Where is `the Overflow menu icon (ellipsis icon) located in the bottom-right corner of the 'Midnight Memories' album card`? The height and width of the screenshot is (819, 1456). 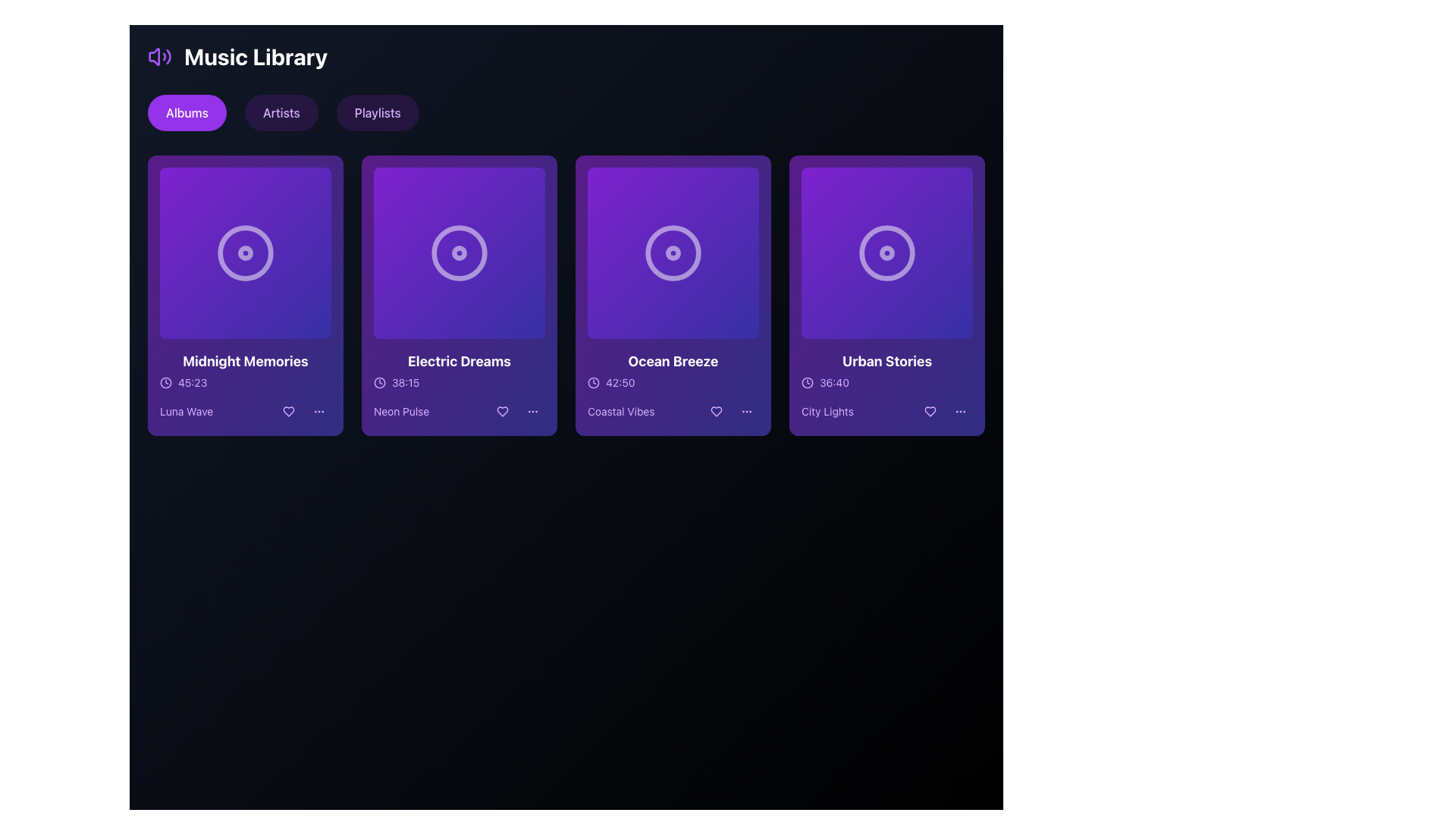
the Overflow menu icon (ellipsis icon) located in the bottom-right corner of the 'Midnight Memories' album card is located at coordinates (318, 412).